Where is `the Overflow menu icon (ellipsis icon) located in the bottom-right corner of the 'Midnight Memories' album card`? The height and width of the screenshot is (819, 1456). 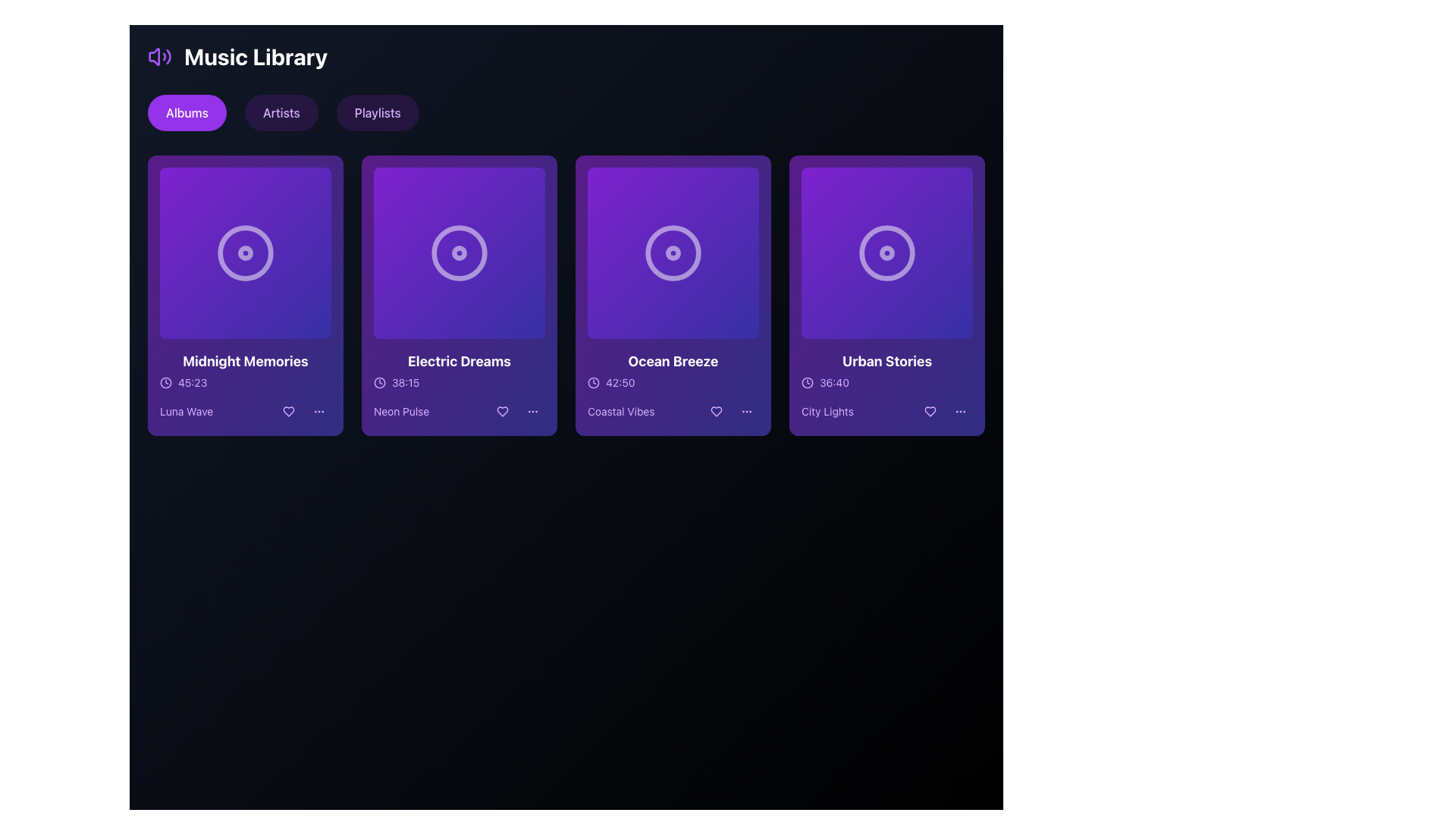
the Overflow menu icon (ellipsis icon) located in the bottom-right corner of the 'Midnight Memories' album card is located at coordinates (318, 412).